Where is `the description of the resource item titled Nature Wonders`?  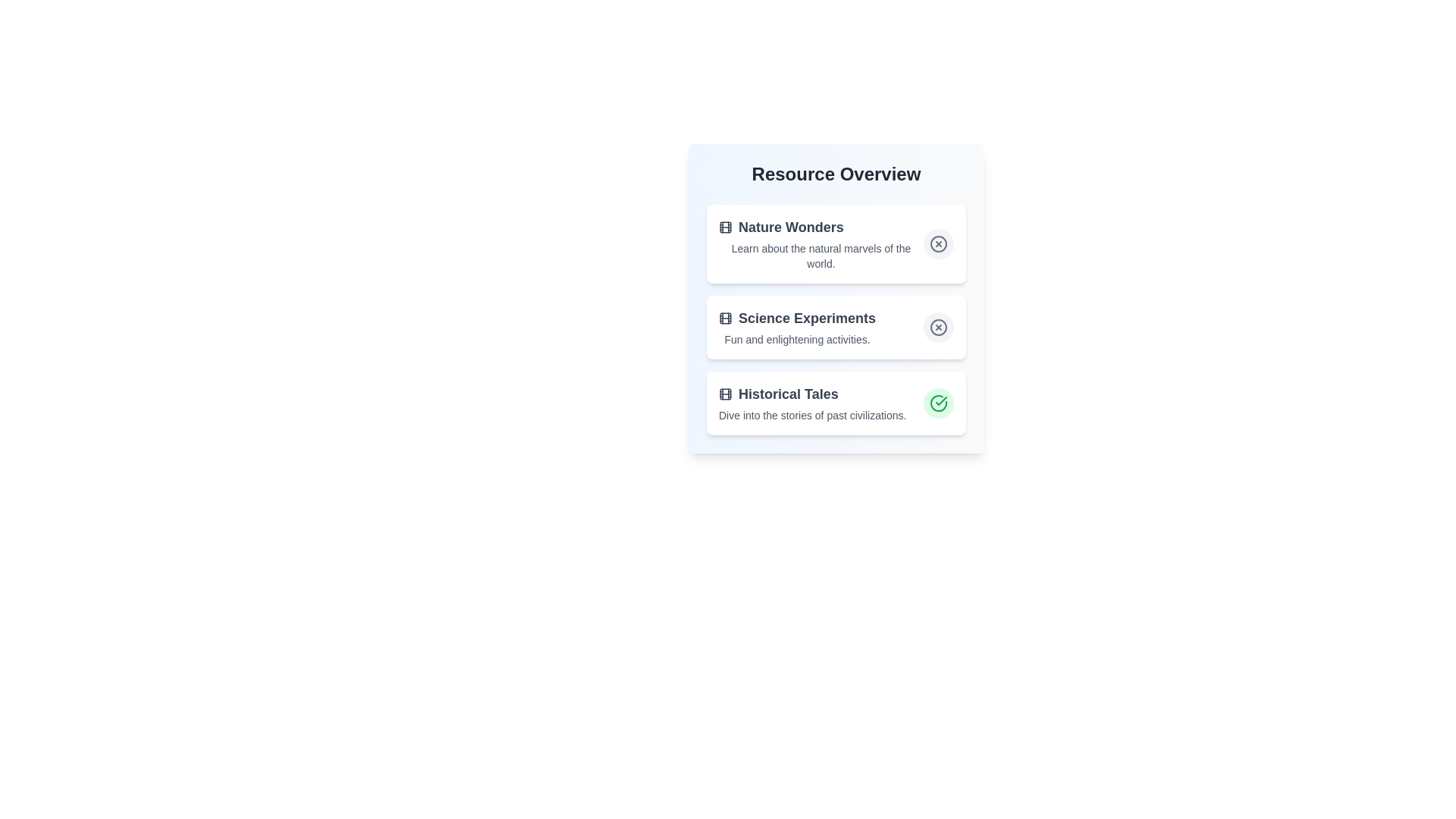 the description of the resource item titled Nature Wonders is located at coordinates (821, 243).